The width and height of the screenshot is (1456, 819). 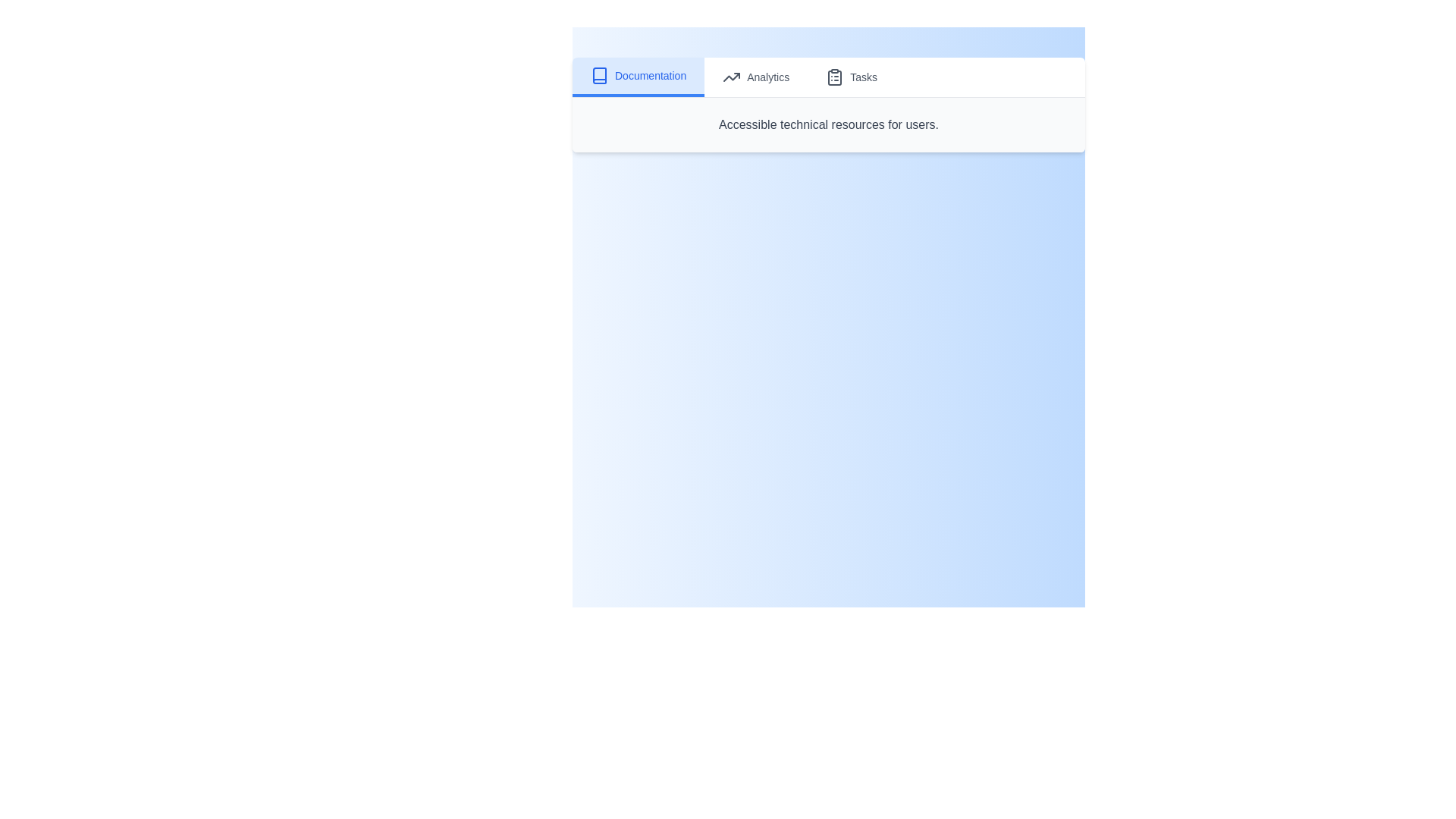 I want to click on the tab named Tasks by clicking on it, so click(x=852, y=77).